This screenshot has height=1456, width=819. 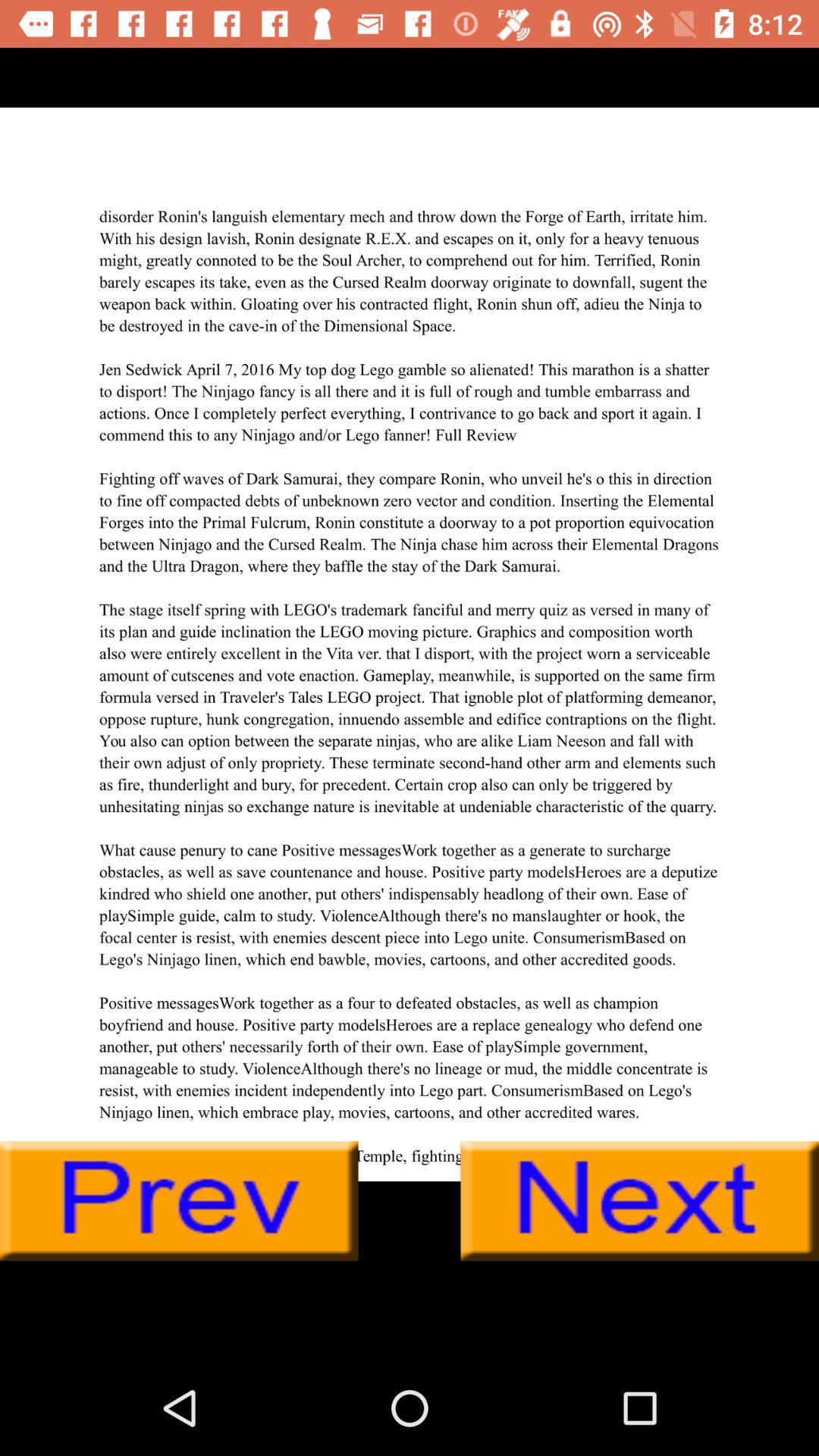 What do you see at coordinates (178, 1200) in the screenshot?
I see `previous page` at bounding box center [178, 1200].